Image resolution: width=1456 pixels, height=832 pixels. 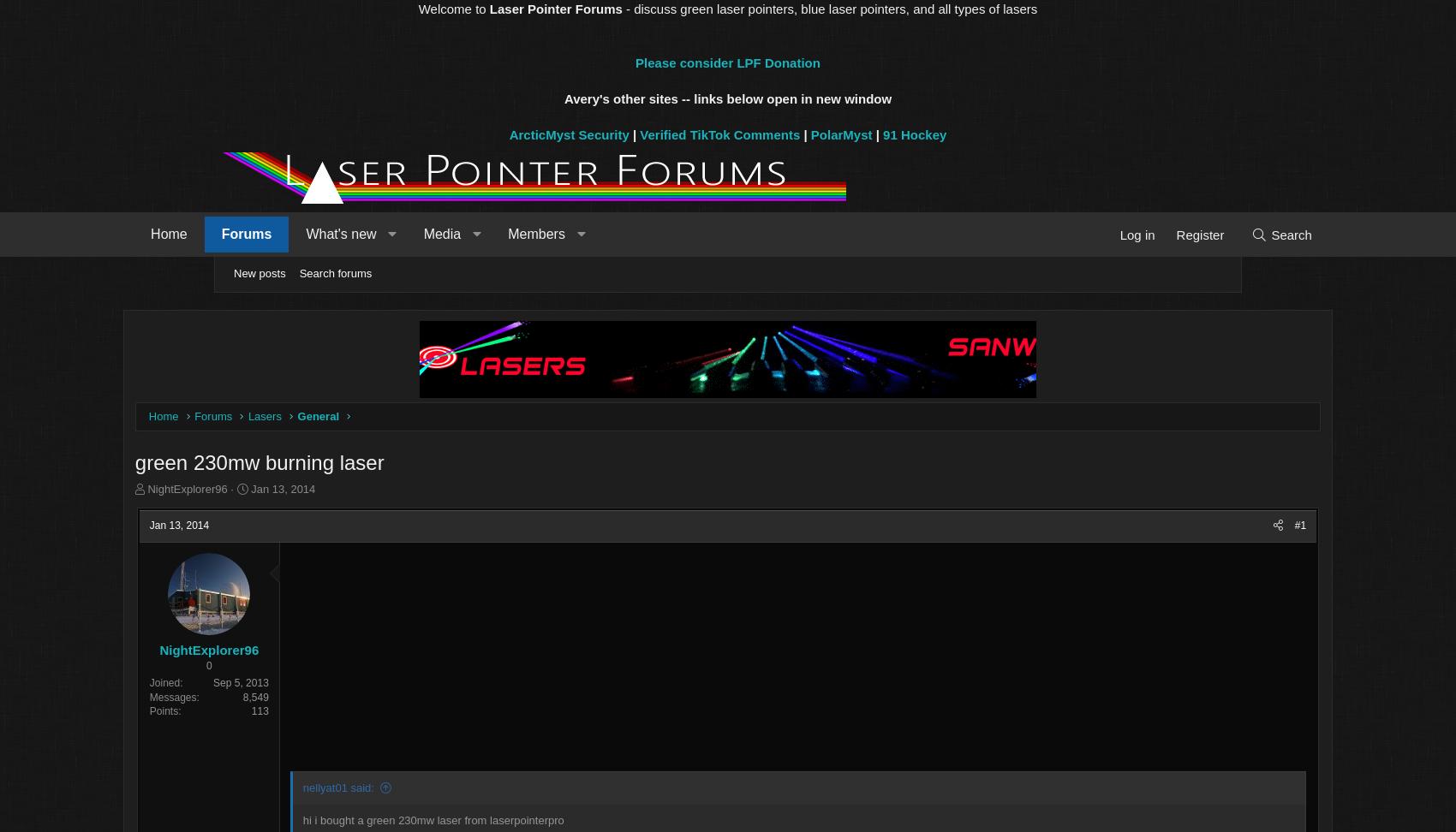 I want to click on 'Register', so click(x=1110, y=235).